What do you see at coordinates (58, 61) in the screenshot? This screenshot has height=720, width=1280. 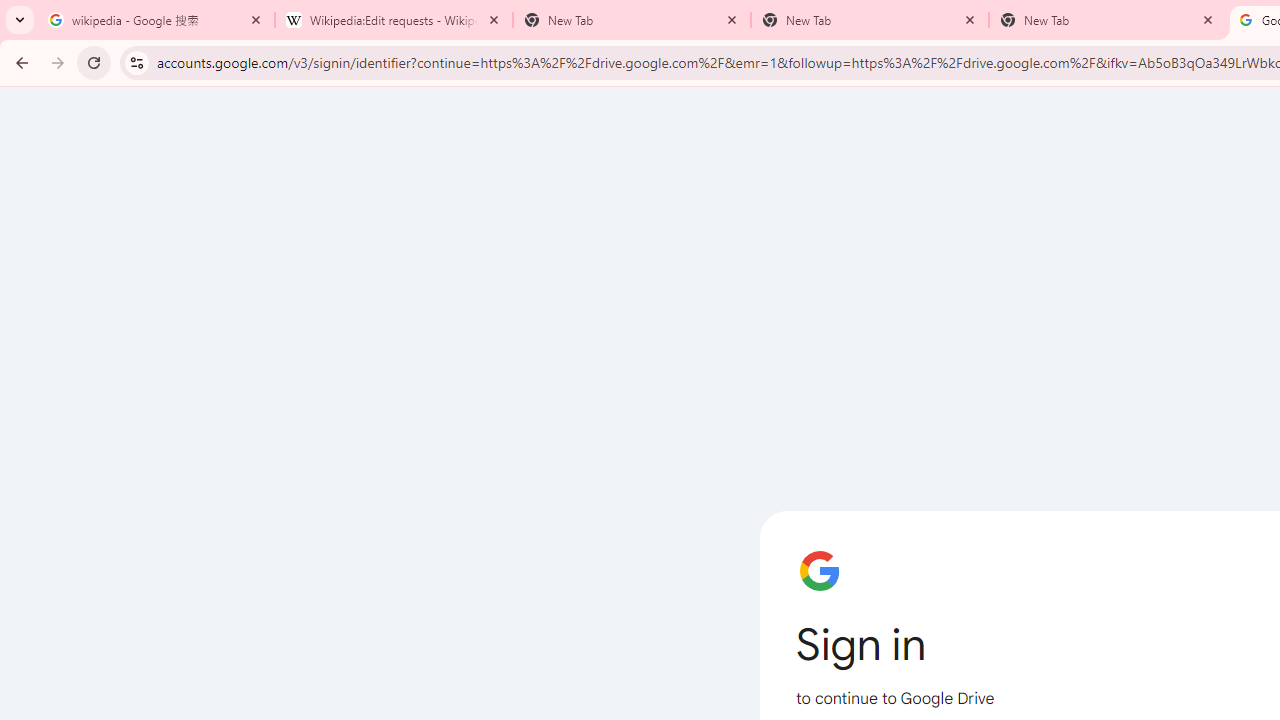 I see `'Forward'` at bounding box center [58, 61].